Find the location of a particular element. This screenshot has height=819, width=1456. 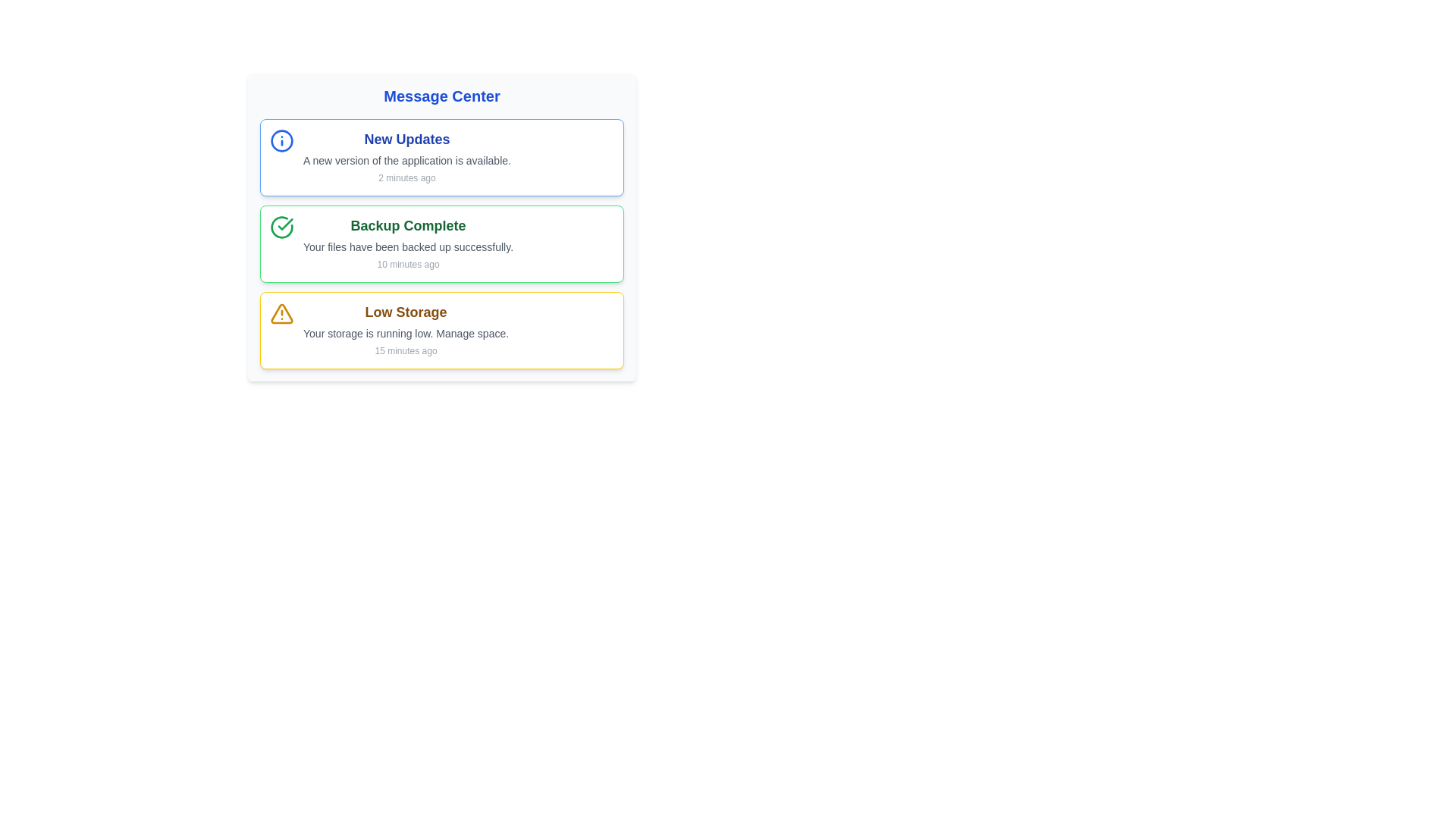

the icon that visually alerts users about the 'Low Storage' message is located at coordinates (281, 312).